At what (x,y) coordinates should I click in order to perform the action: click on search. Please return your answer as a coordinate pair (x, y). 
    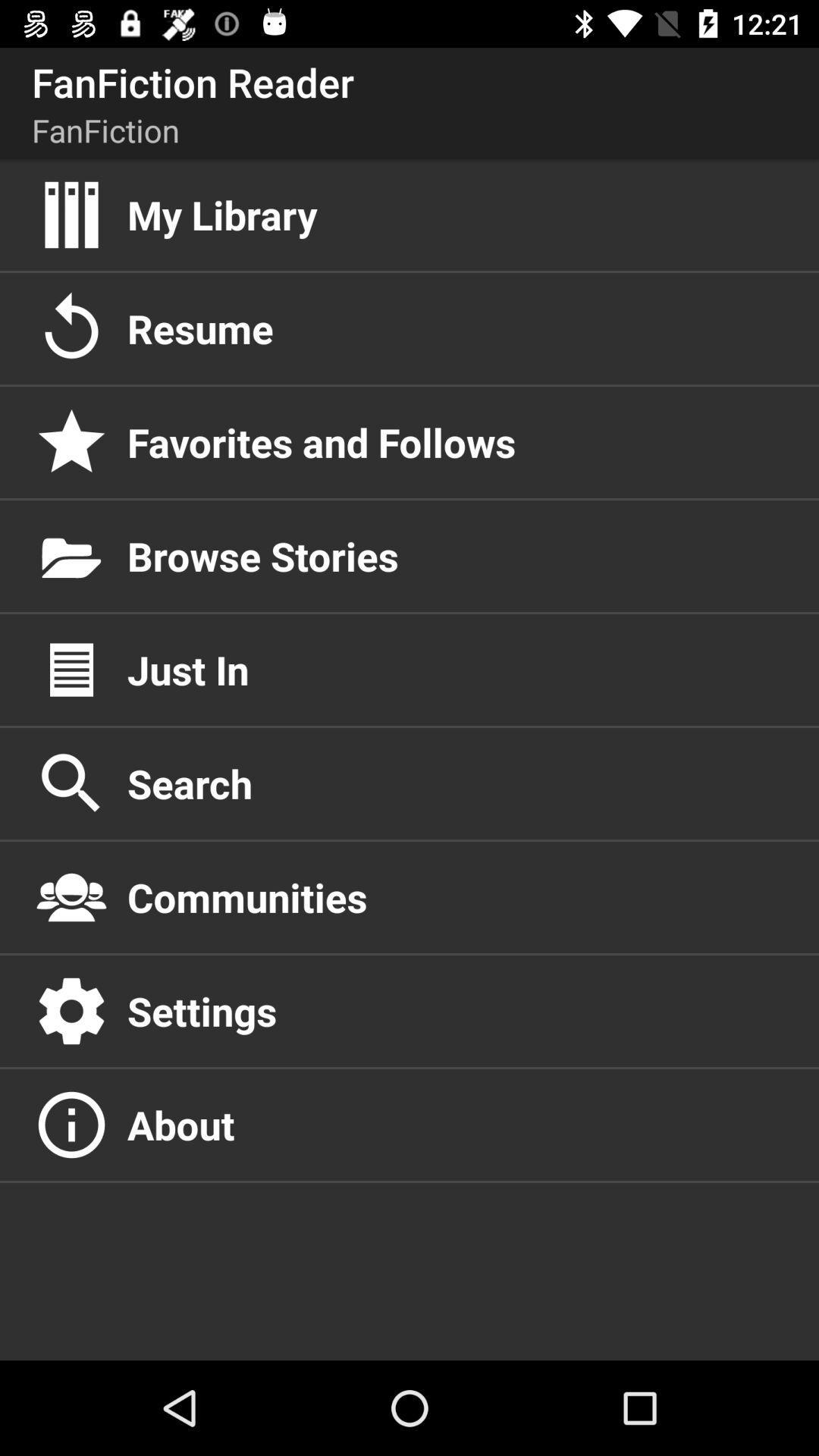
    Looking at the image, I should click on (456, 783).